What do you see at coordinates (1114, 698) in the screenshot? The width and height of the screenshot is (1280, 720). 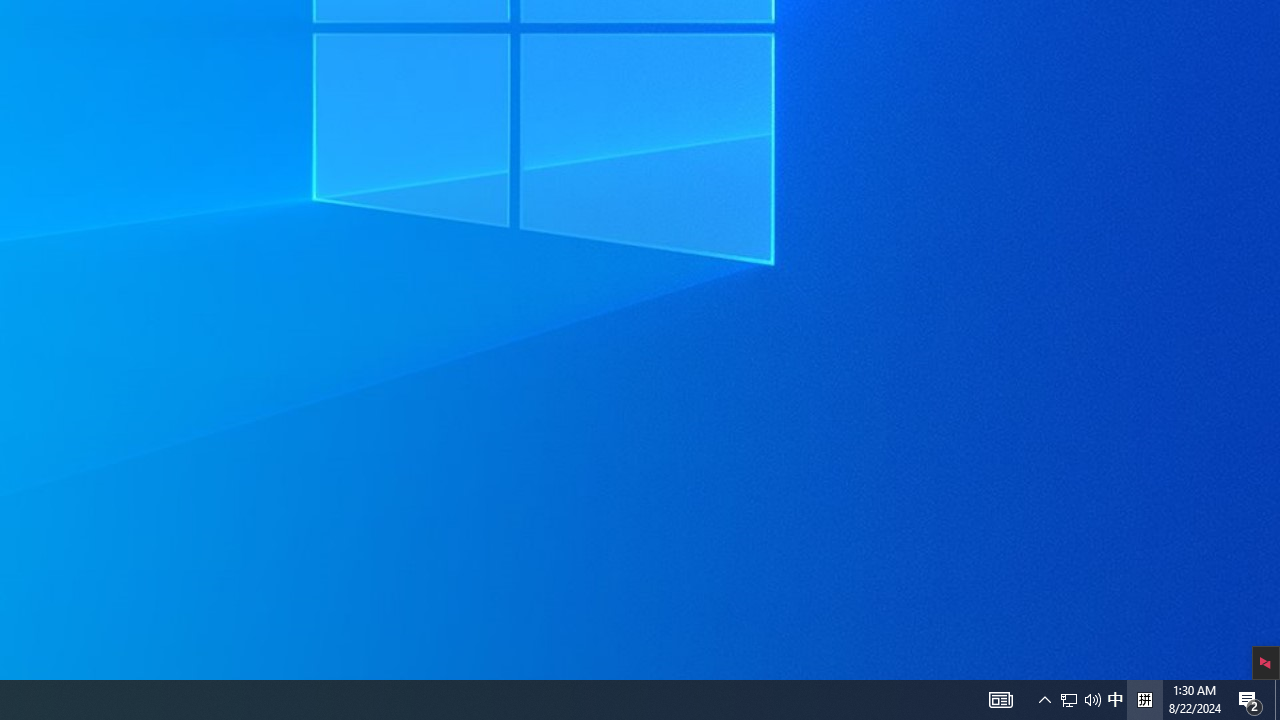 I see `'User Promoted Notification Area'` at bounding box center [1114, 698].